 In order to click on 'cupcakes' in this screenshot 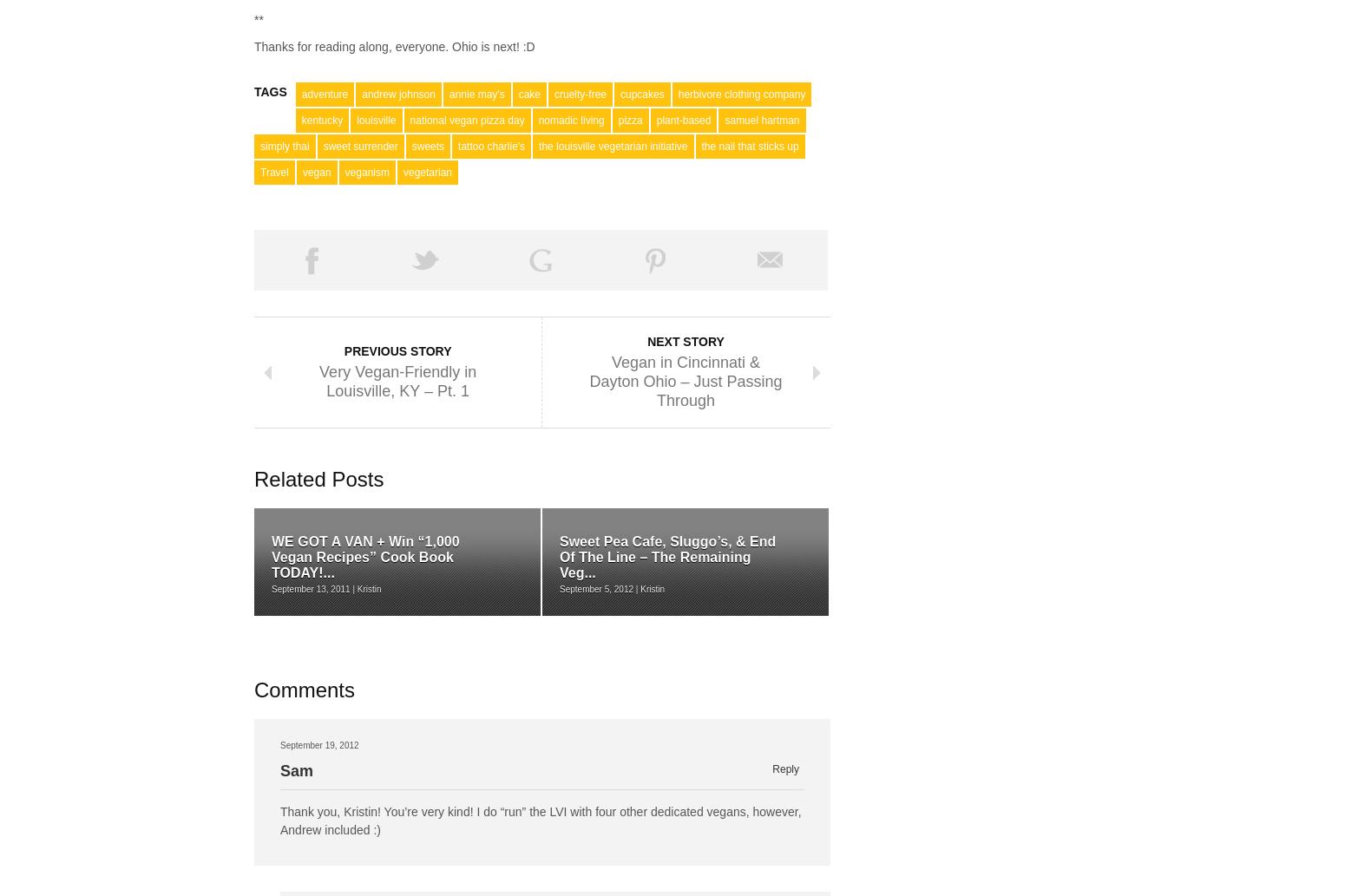, I will do `click(641, 94)`.